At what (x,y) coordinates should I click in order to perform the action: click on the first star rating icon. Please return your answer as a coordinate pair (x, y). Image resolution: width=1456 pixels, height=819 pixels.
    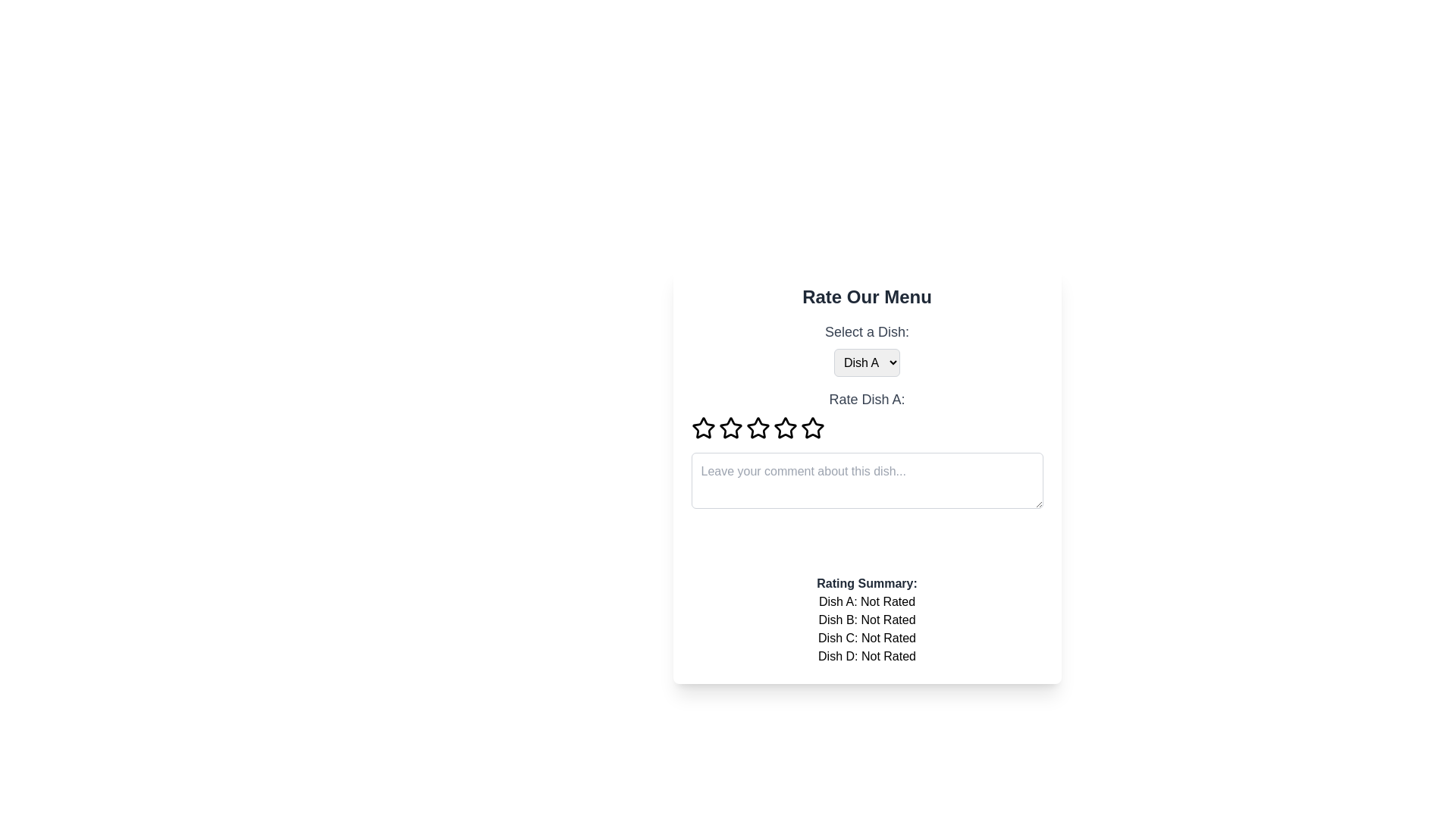
    Looking at the image, I should click on (702, 428).